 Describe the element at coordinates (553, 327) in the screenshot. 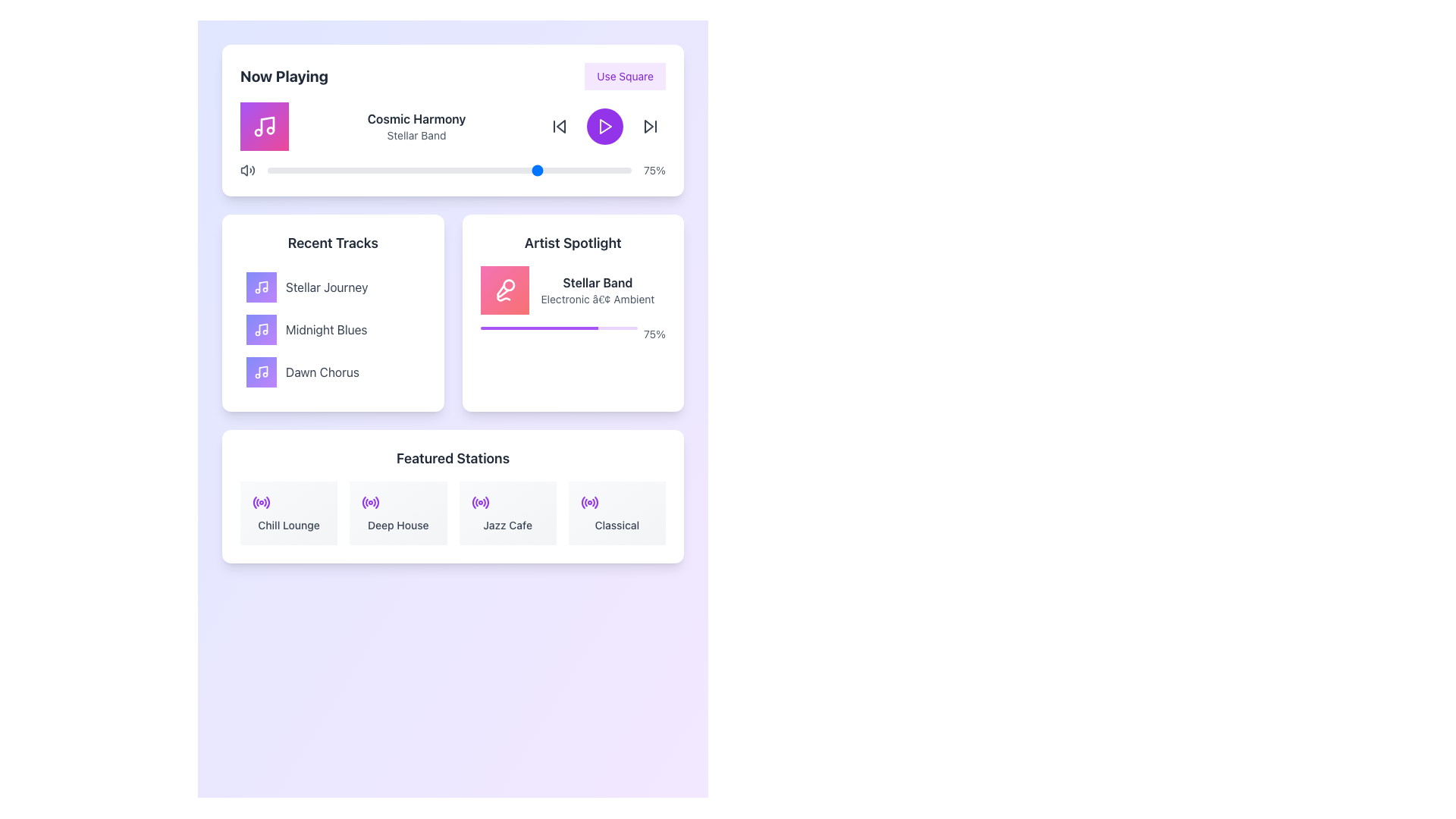

I see `progress` at that location.